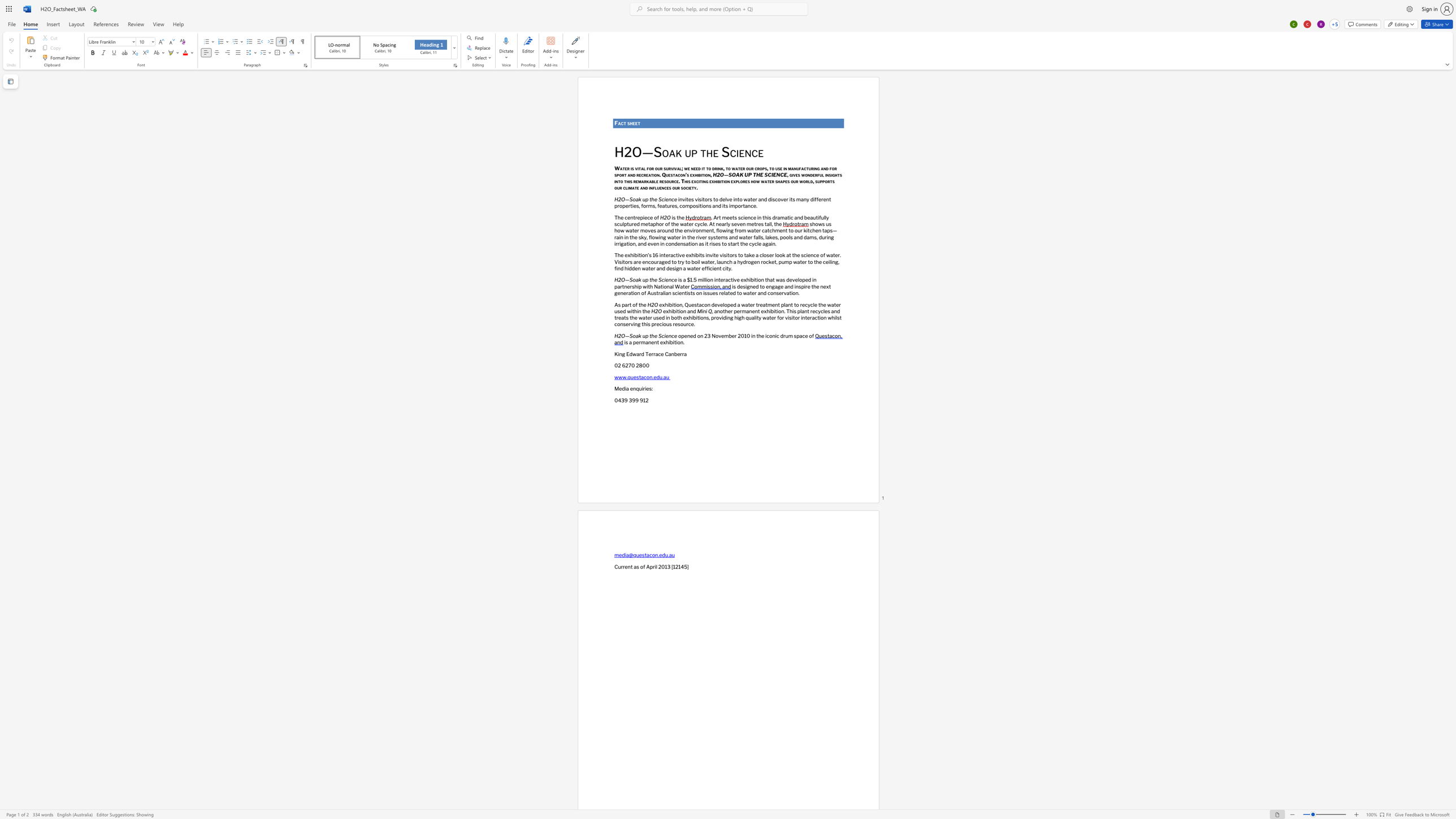 The width and height of the screenshot is (1456, 819). What do you see at coordinates (681, 206) in the screenshot?
I see `the 1th character "c" in the text` at bounding box center [681, 206].